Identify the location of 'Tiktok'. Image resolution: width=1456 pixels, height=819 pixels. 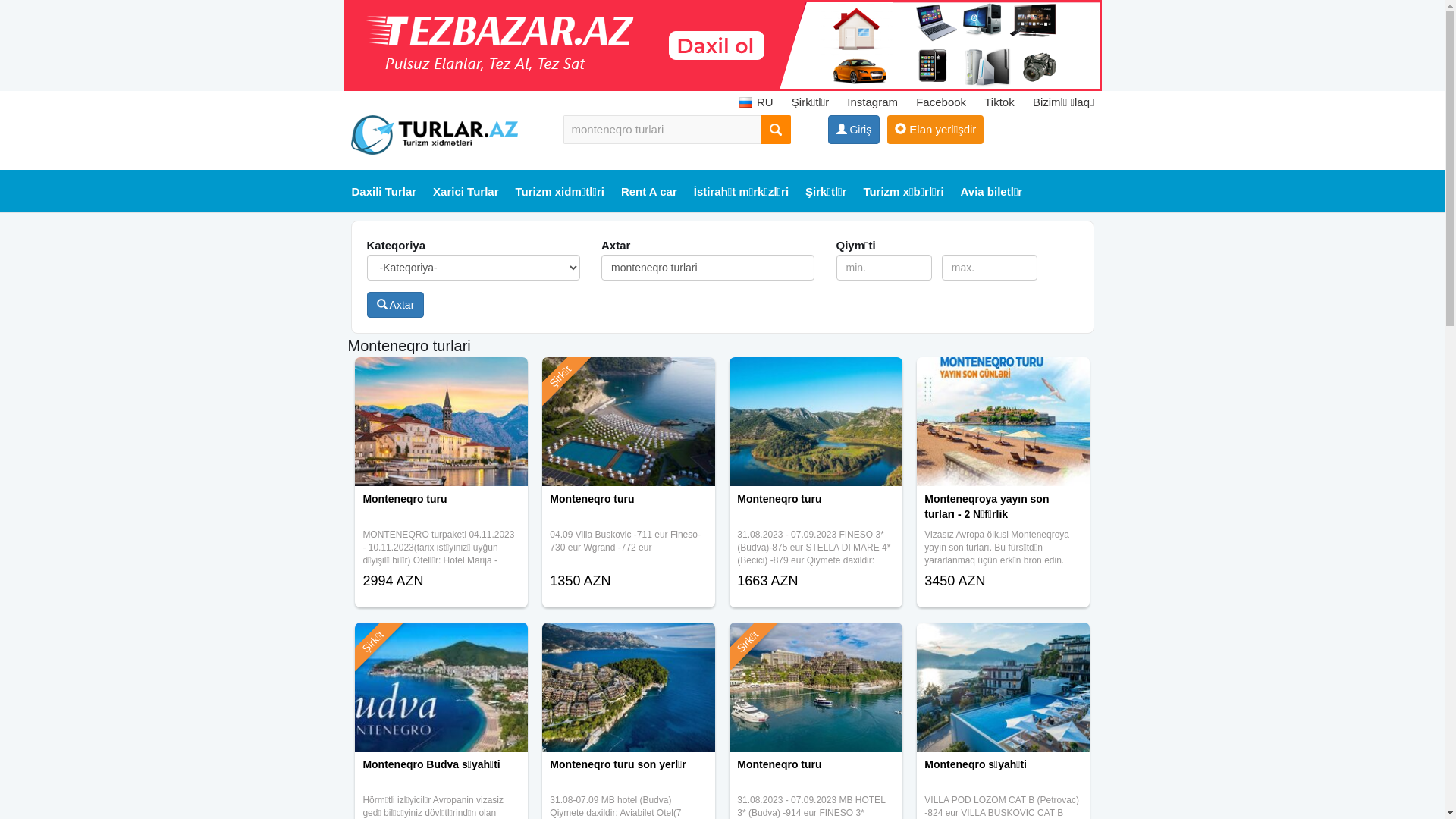
(999, 102).